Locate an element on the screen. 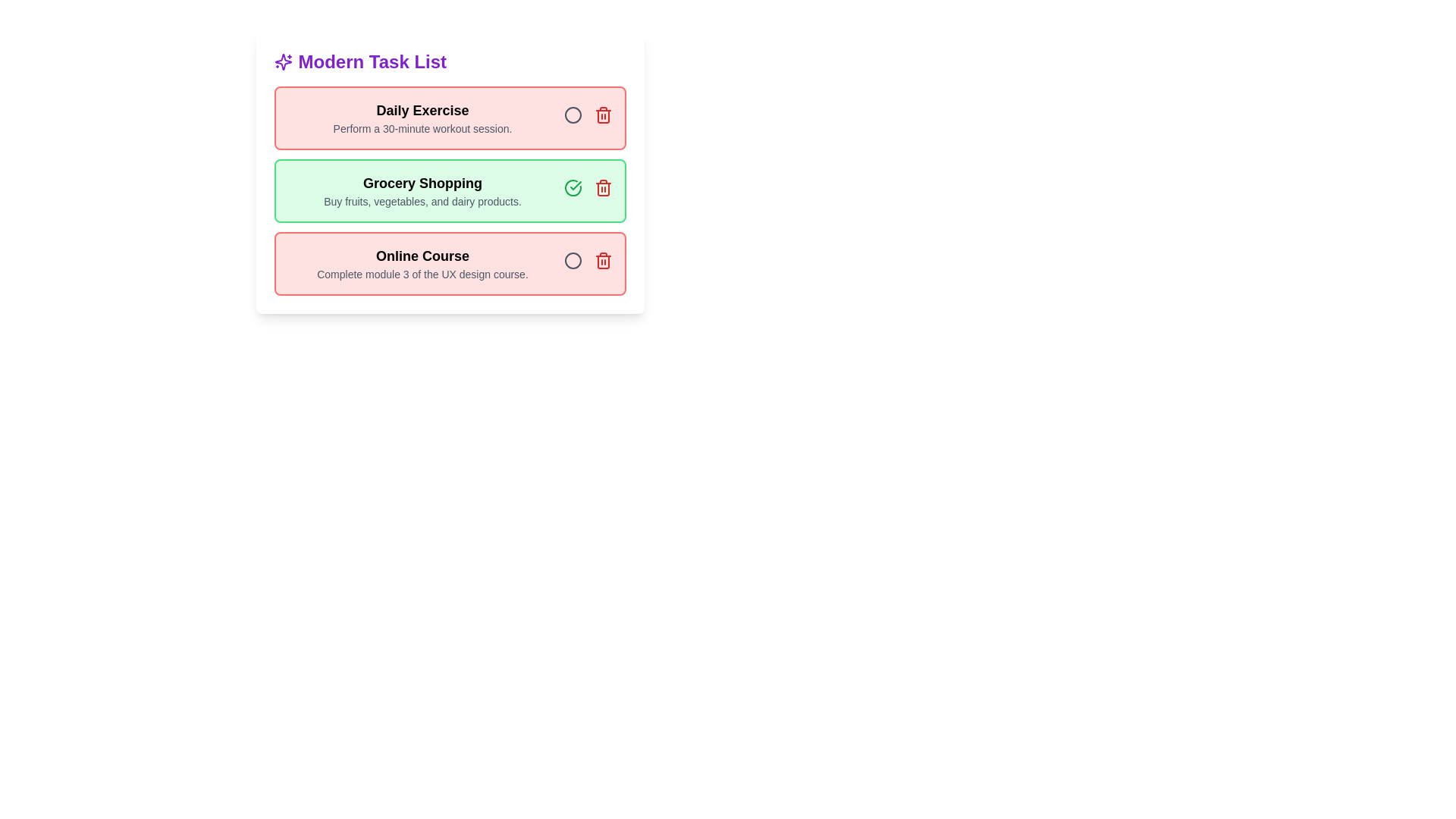  the task title or description to focus on reading its details is located at coordinates (422, 110).